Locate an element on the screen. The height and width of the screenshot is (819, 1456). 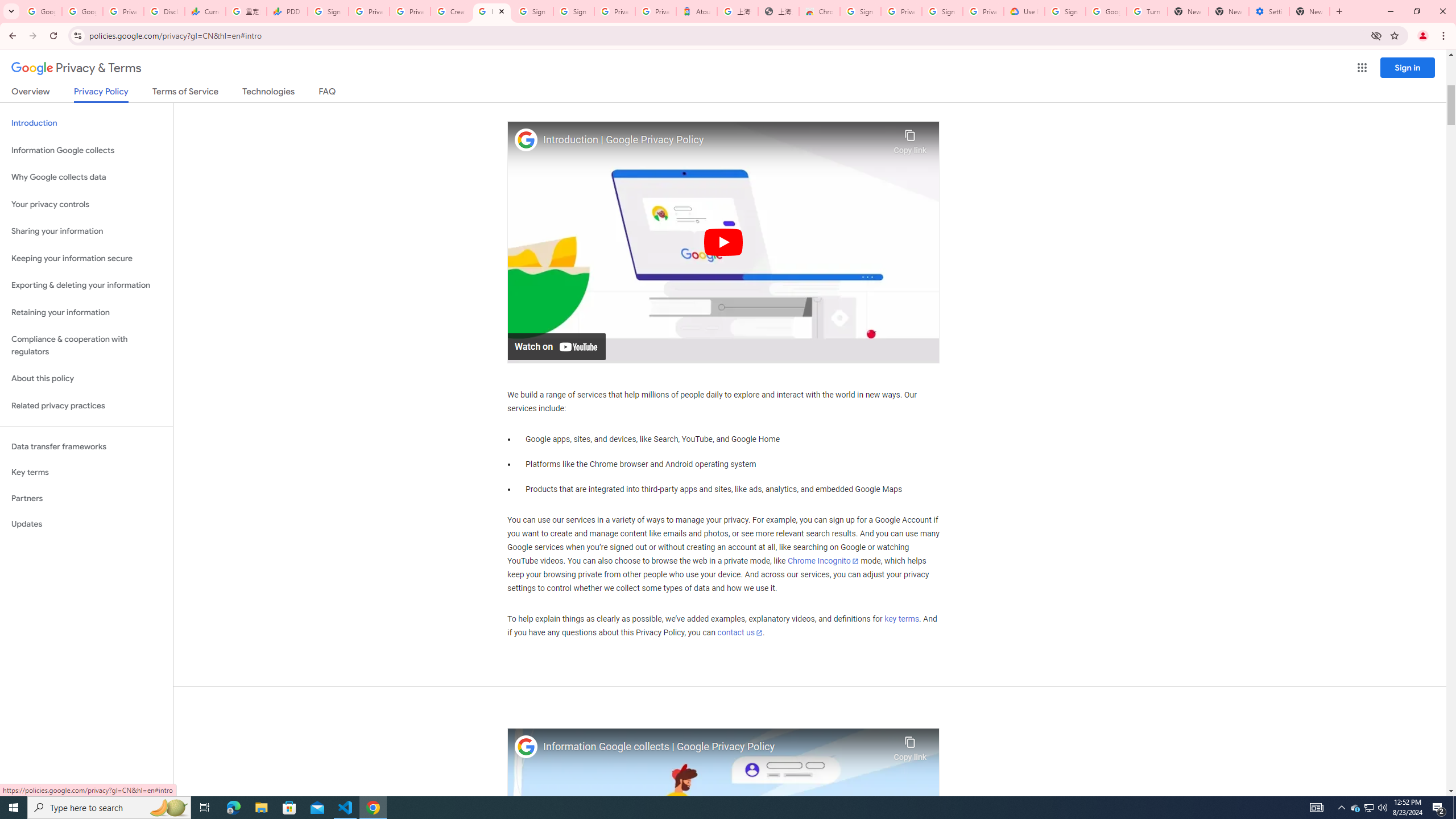
'Information Google collects | Google Privacy Policy' is located at coordinates (715, 747).